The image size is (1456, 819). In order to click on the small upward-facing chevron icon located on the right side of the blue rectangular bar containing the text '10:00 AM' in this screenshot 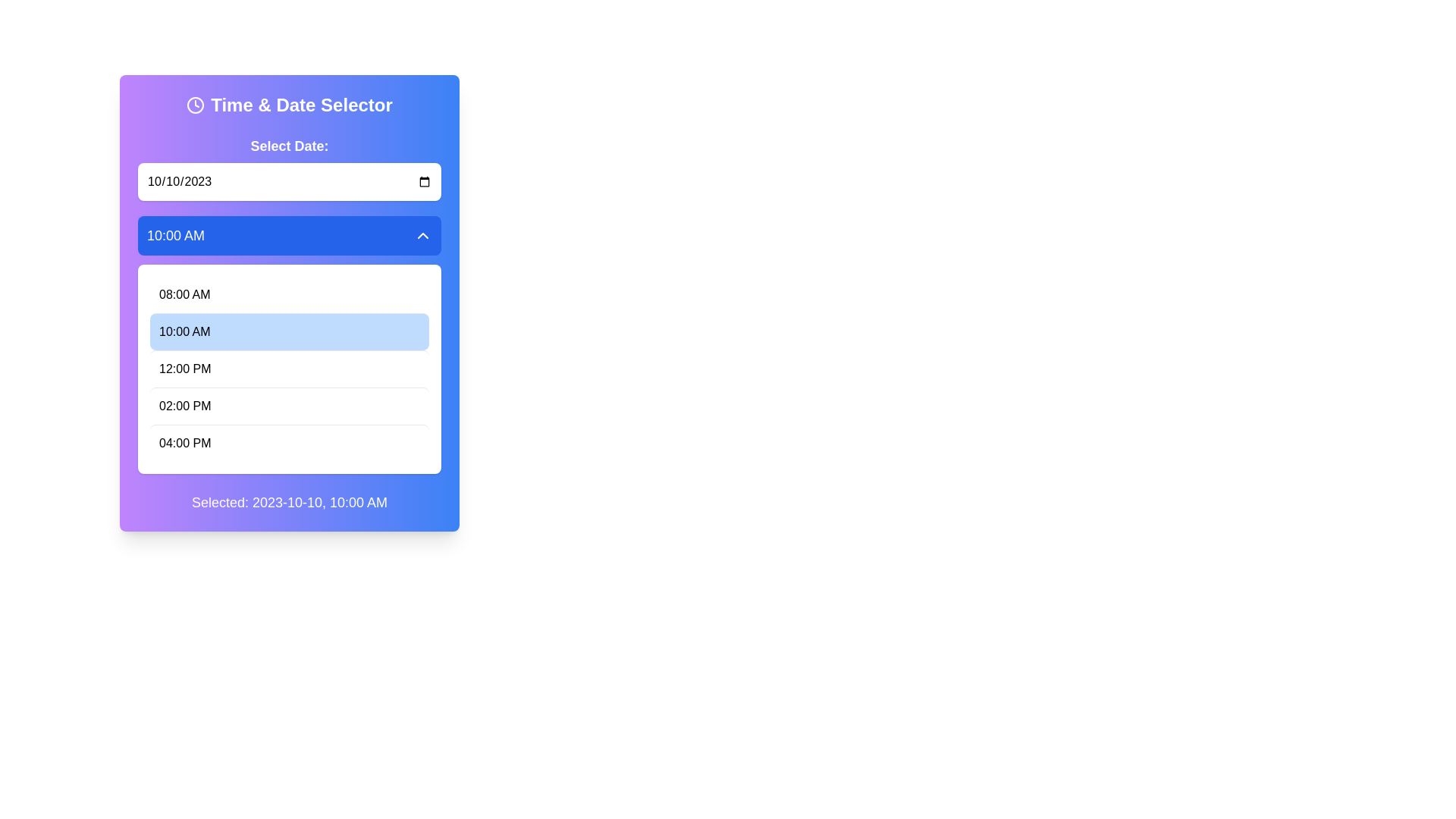, I will do `click(422, 236)`.